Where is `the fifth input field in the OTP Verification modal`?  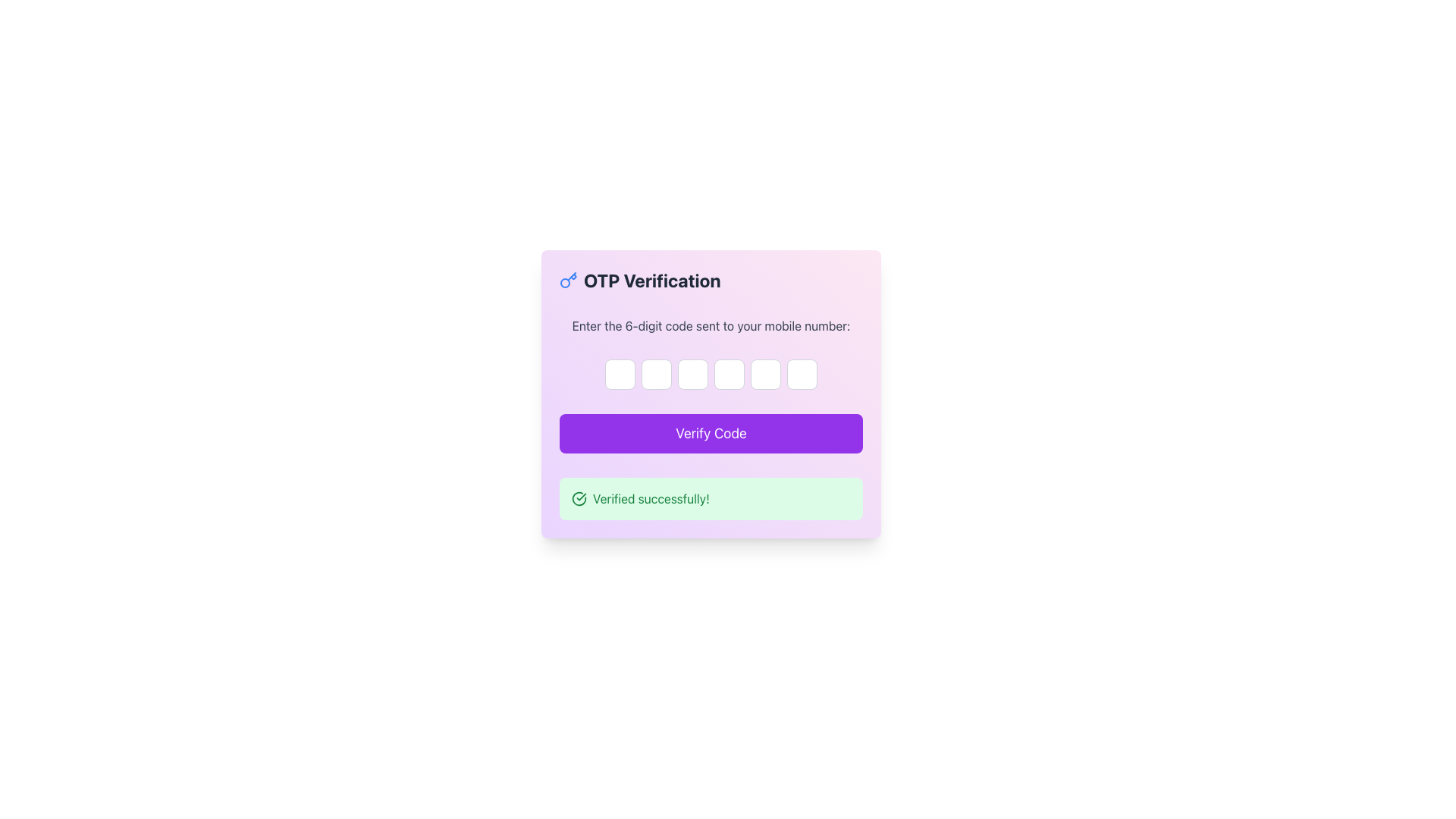
the fifth input field in the OTP Verification modal is located at coordinates (765, 374).